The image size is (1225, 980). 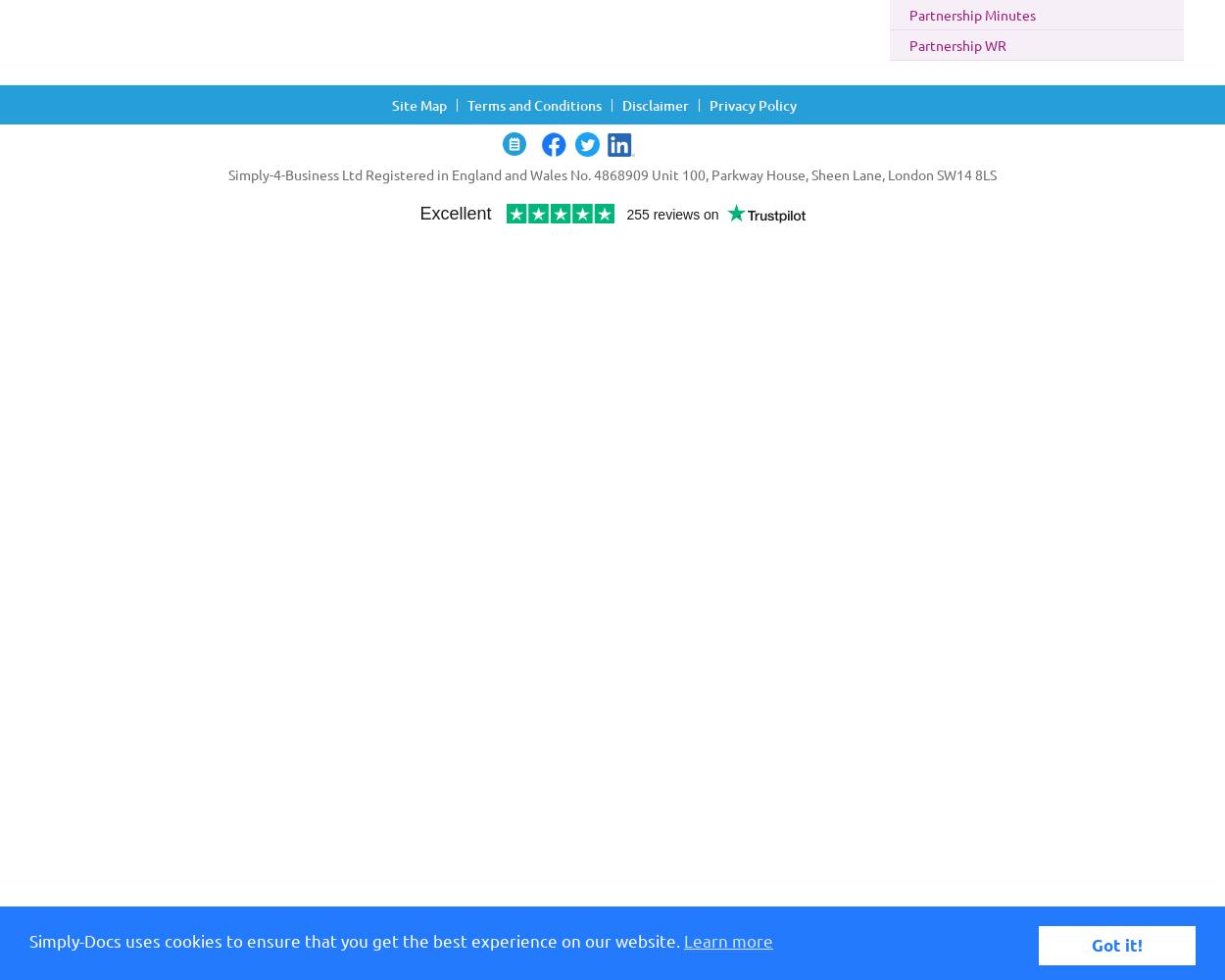 I want to click on 'Terms and Conditions', so click(x=534, y=104).